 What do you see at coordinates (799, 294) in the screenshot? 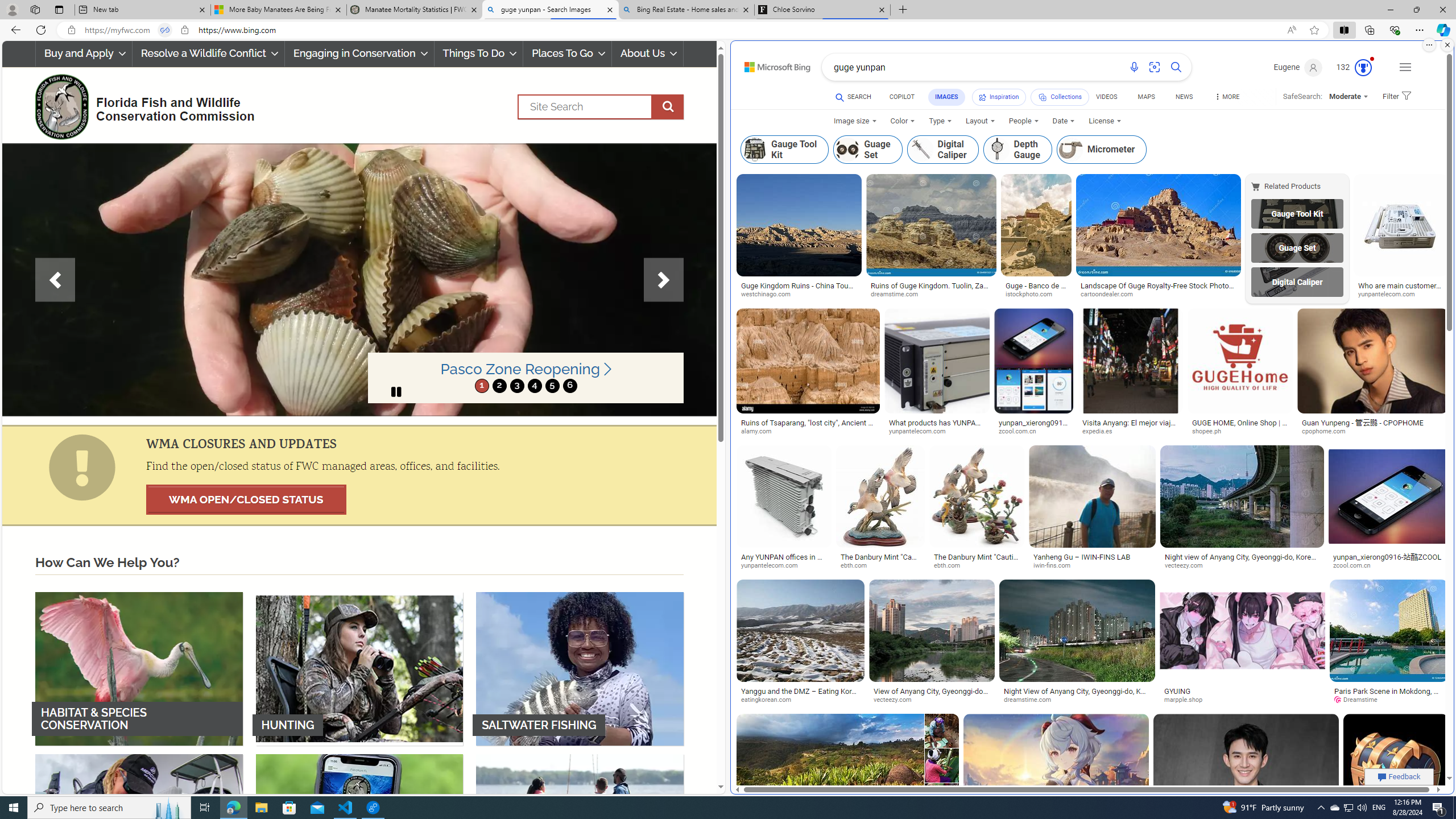
I see `'westchinago.com'` at bounding box center [799, 294].